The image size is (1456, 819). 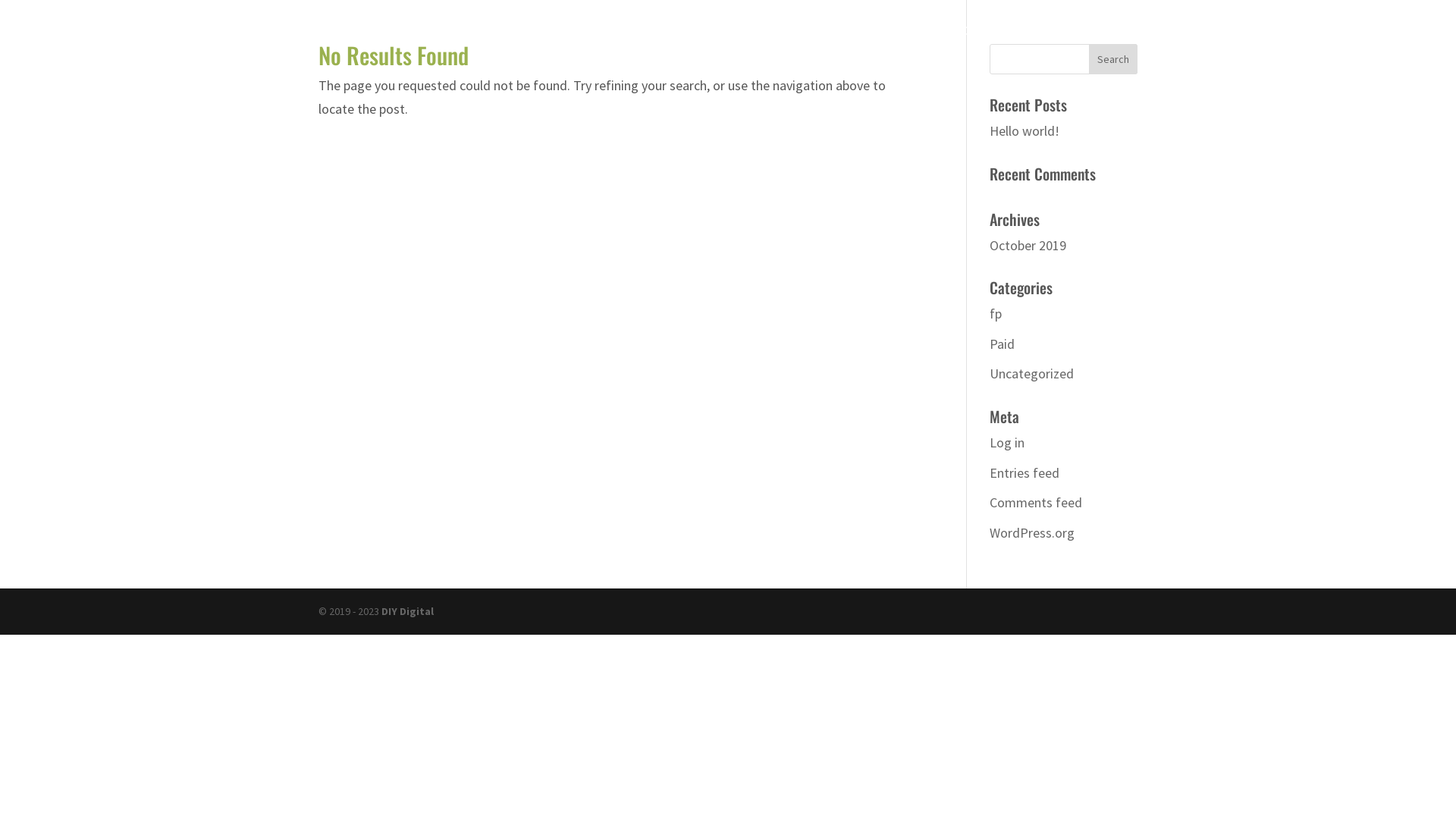 I want to click on 'October 2019', so click(x=1028, y=244).